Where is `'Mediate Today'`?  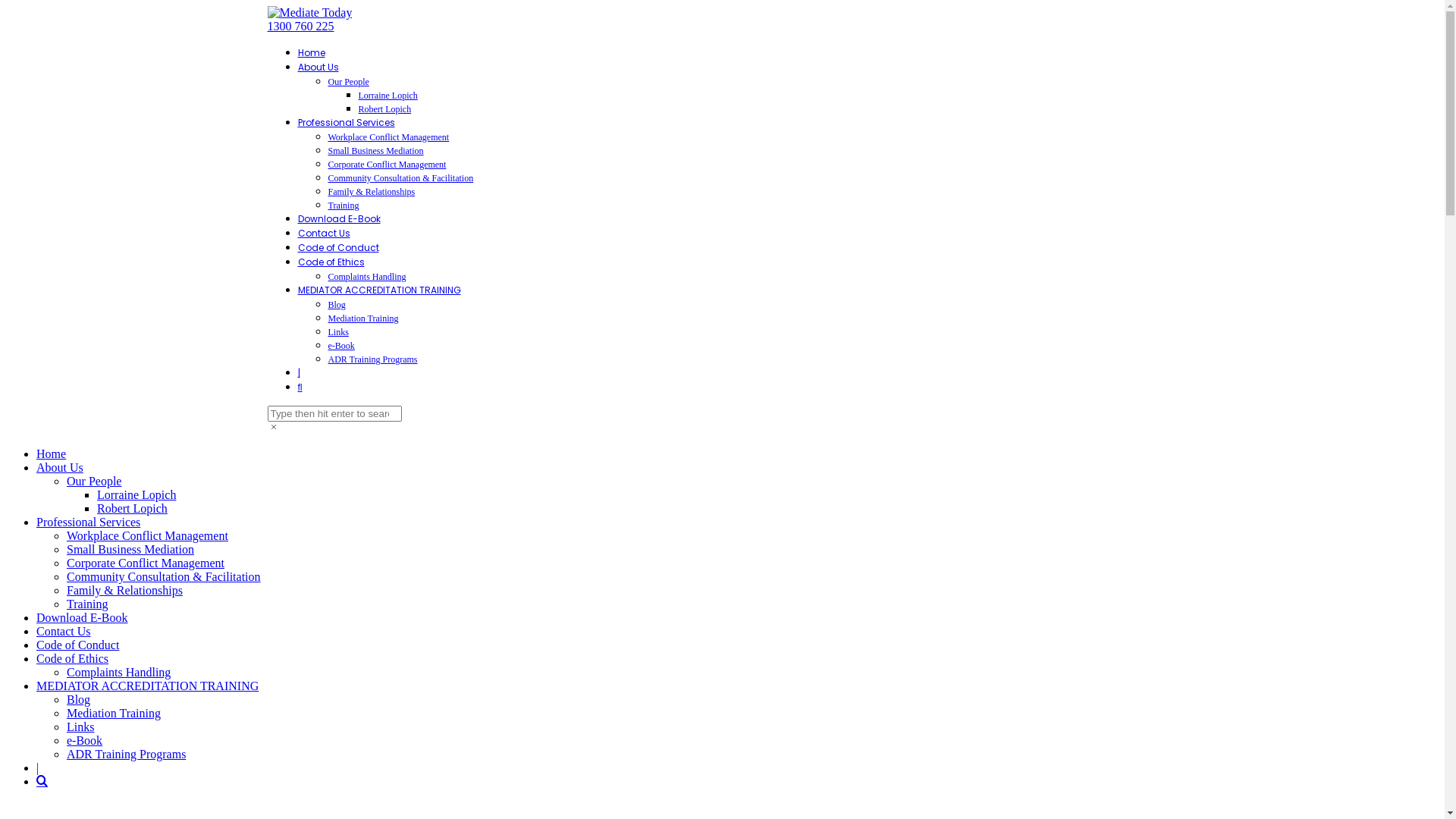 'Mediate Today' is located at coordinates (309, 12).